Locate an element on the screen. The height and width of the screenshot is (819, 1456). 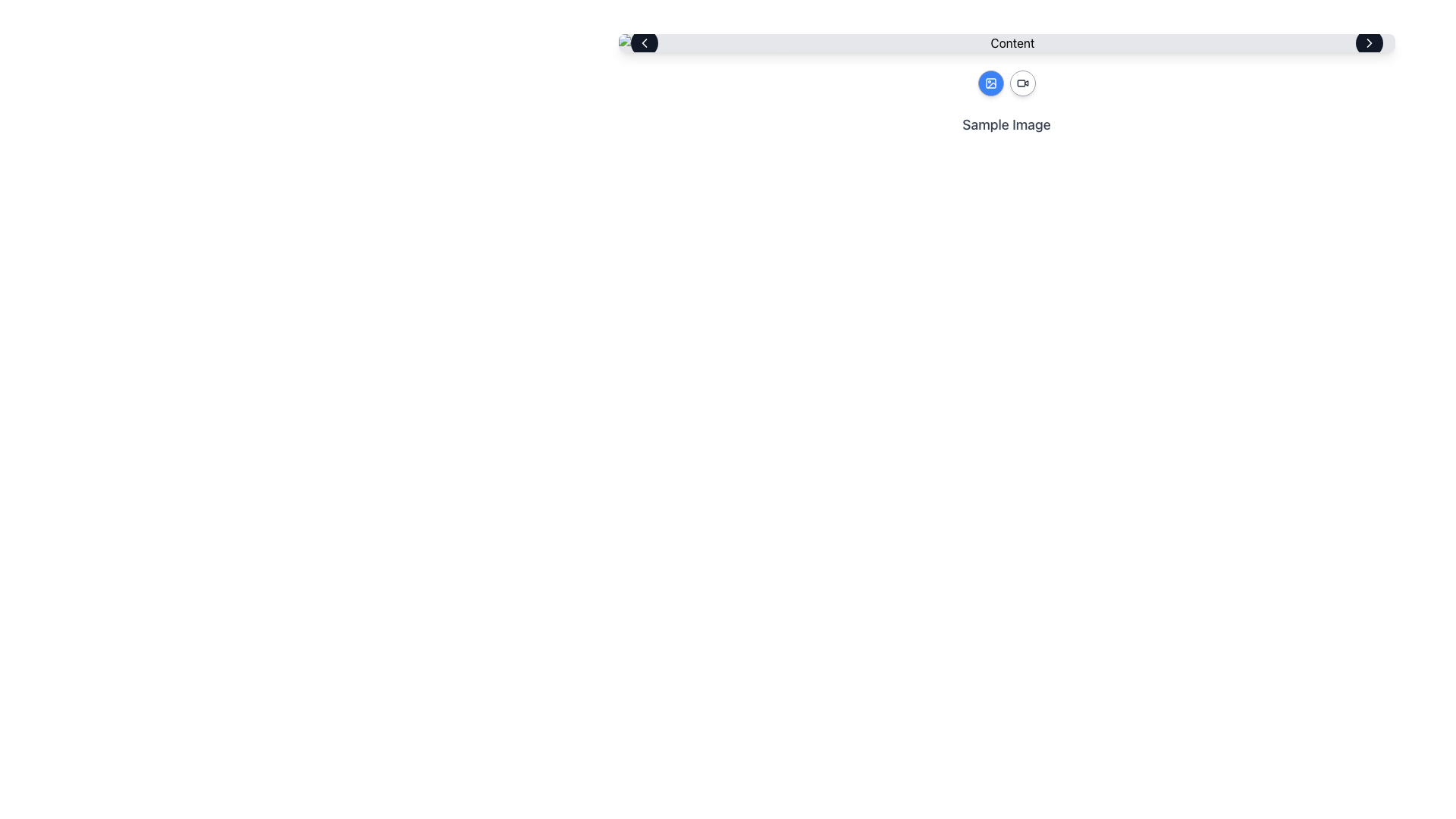
the first circular button with a blue background and white image icon is located at coordinates (990, 83).